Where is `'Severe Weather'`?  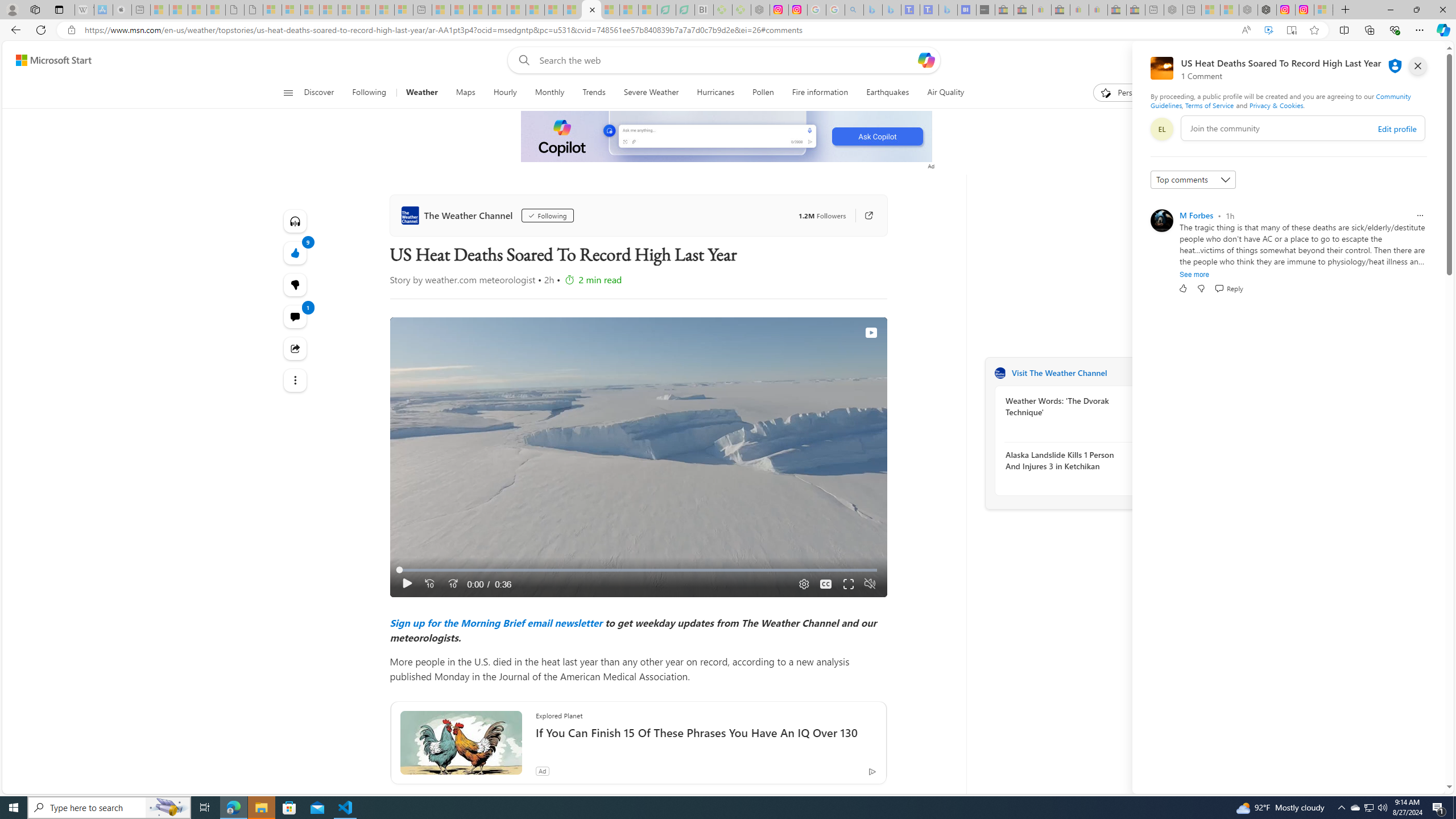 'Severe Weather' is located at coordinates (651, 92).